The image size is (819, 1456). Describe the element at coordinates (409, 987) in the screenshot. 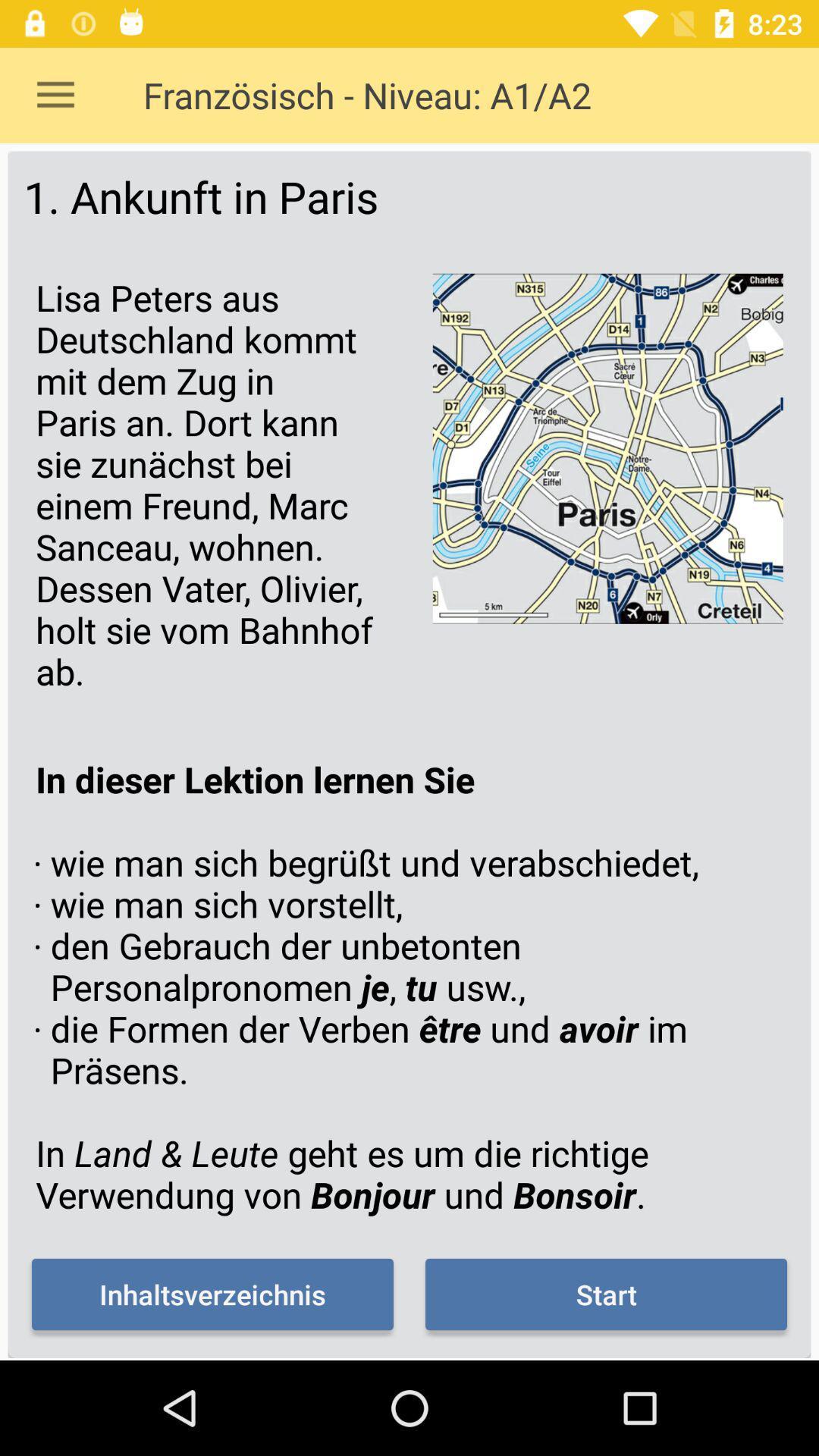

I see `item above the inhaltsverzeichnis icon` at that location.